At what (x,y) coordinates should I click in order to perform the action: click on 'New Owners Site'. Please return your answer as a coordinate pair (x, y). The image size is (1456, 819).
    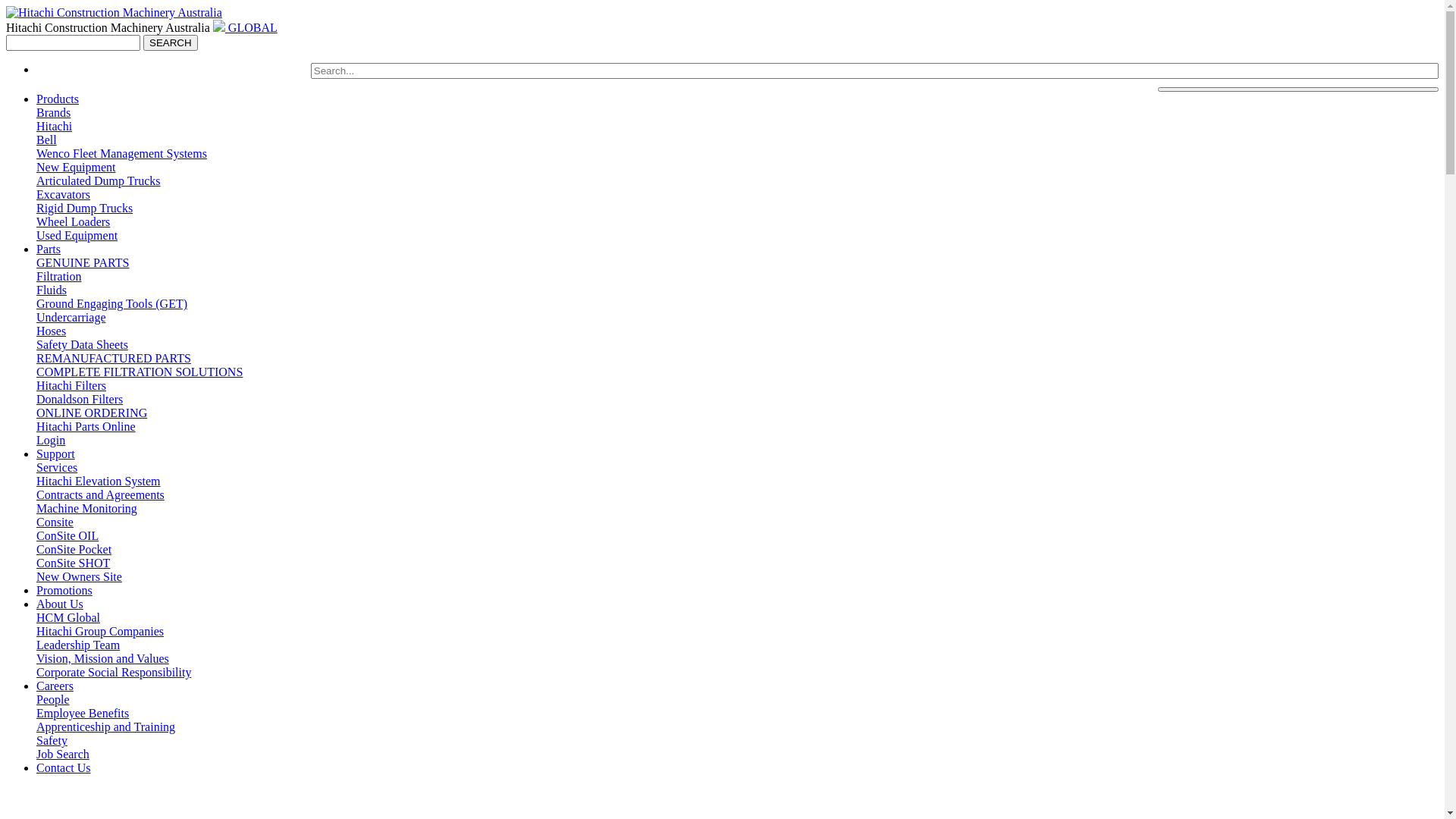
    Looking at the image, I should click on (78, 576).